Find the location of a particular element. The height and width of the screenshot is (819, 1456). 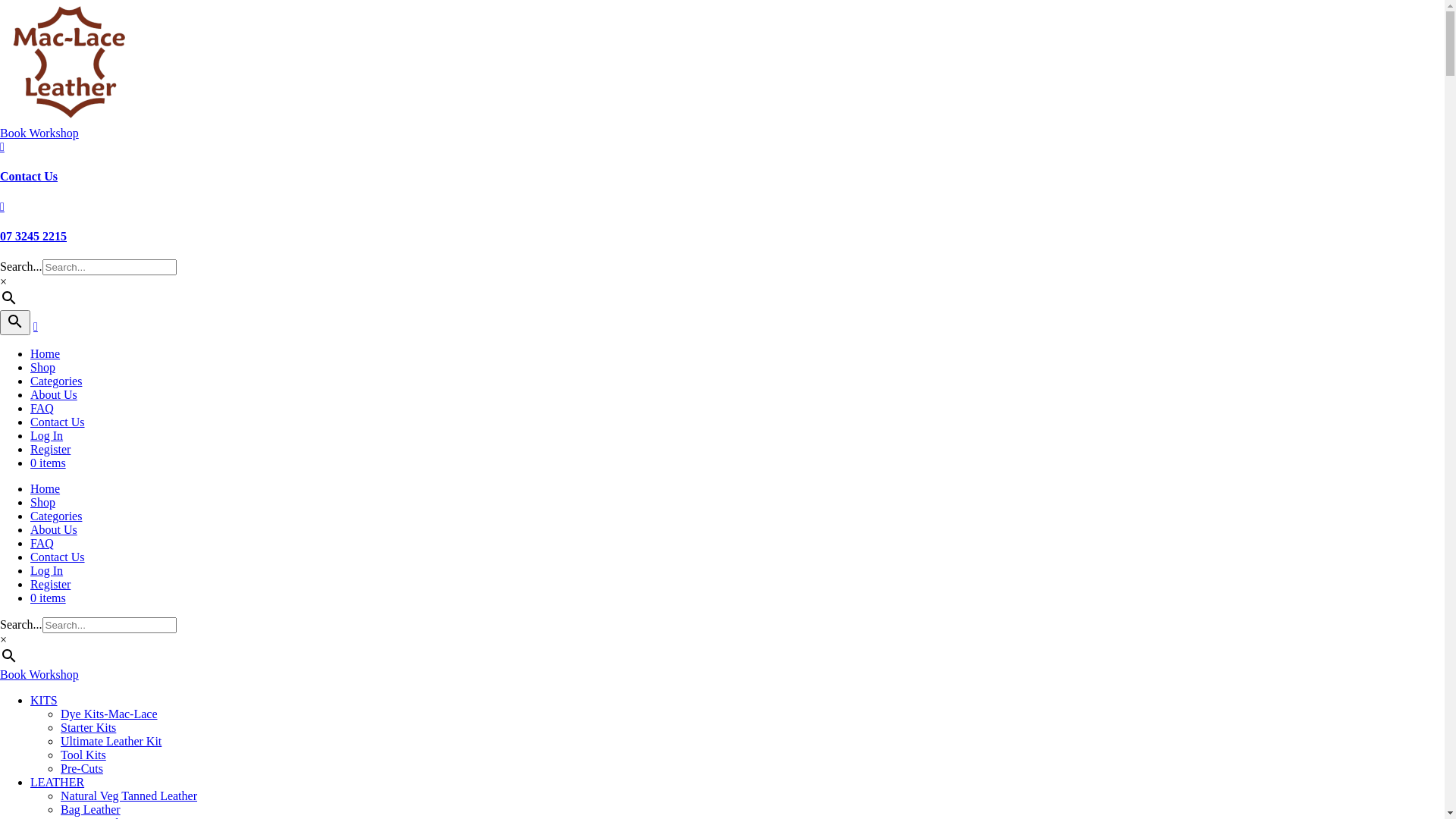

'KITS' is located at coordinates (43, 700).